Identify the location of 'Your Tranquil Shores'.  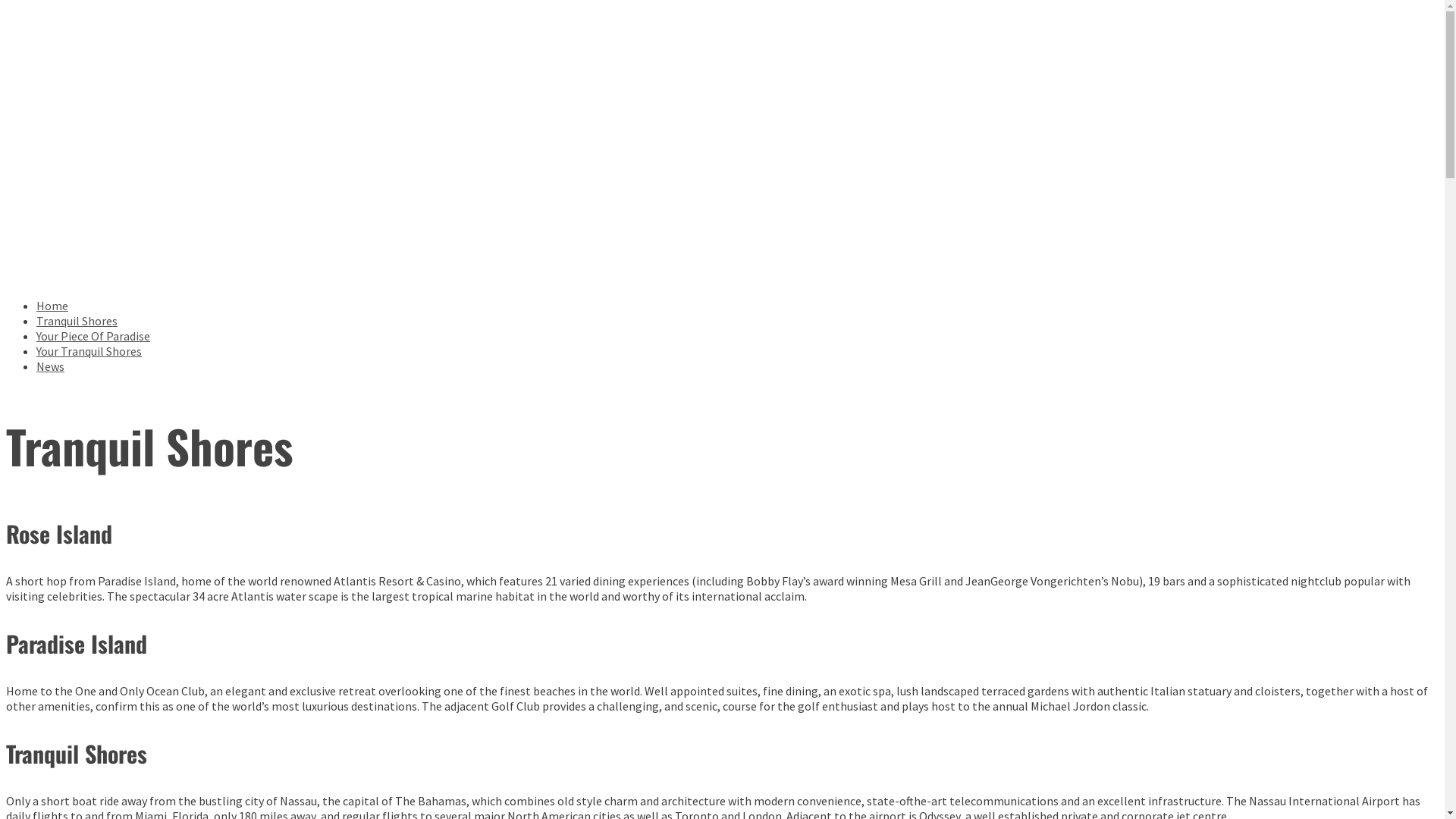
(88, 350).